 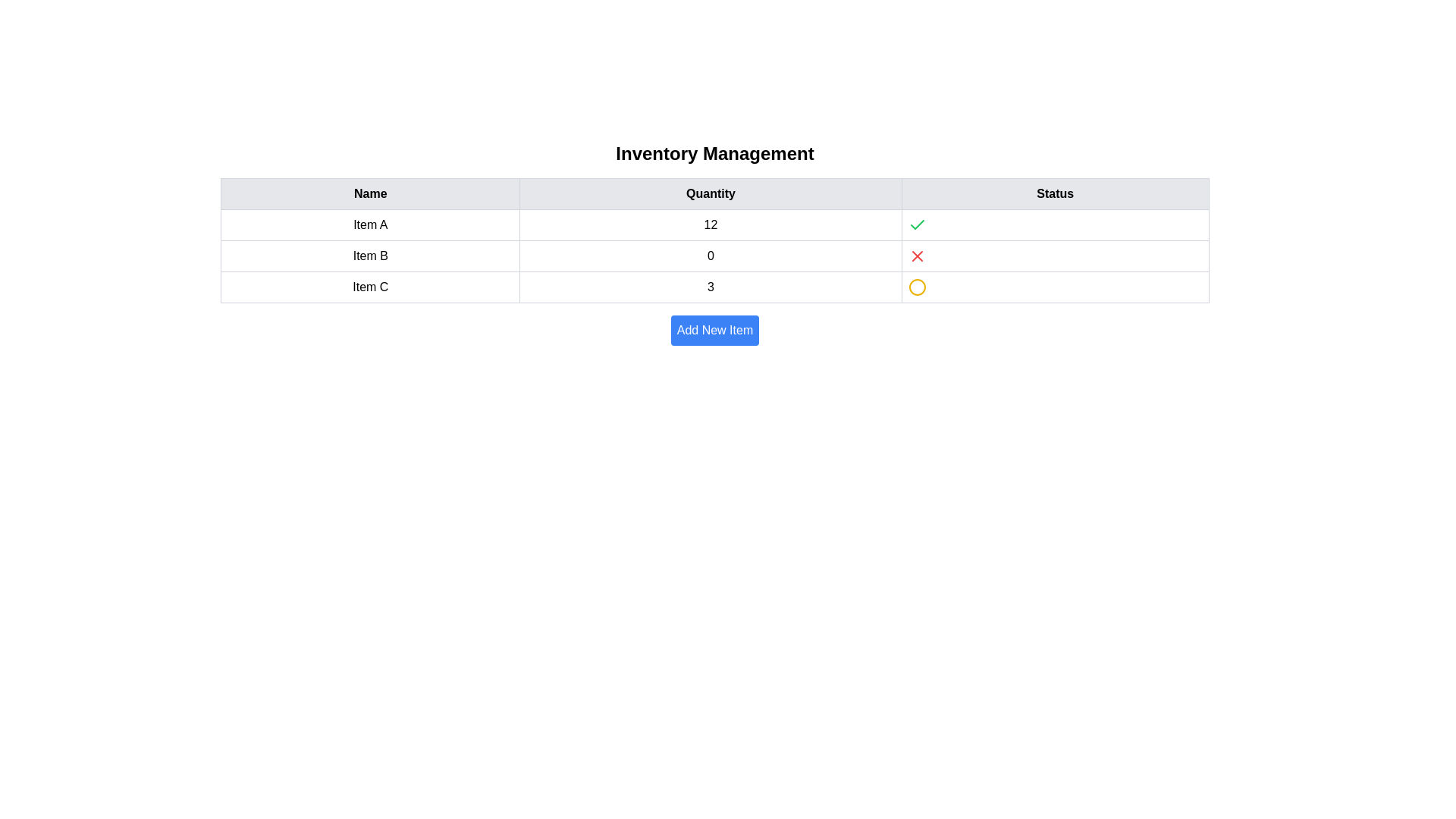 What do you see at coordinates (916, 256) in the screenshot?
I see `the red cross (X) icon located in the second row under the 'Status' column of the table, centrally positioned within its cell` at bounding box center [916, 256].